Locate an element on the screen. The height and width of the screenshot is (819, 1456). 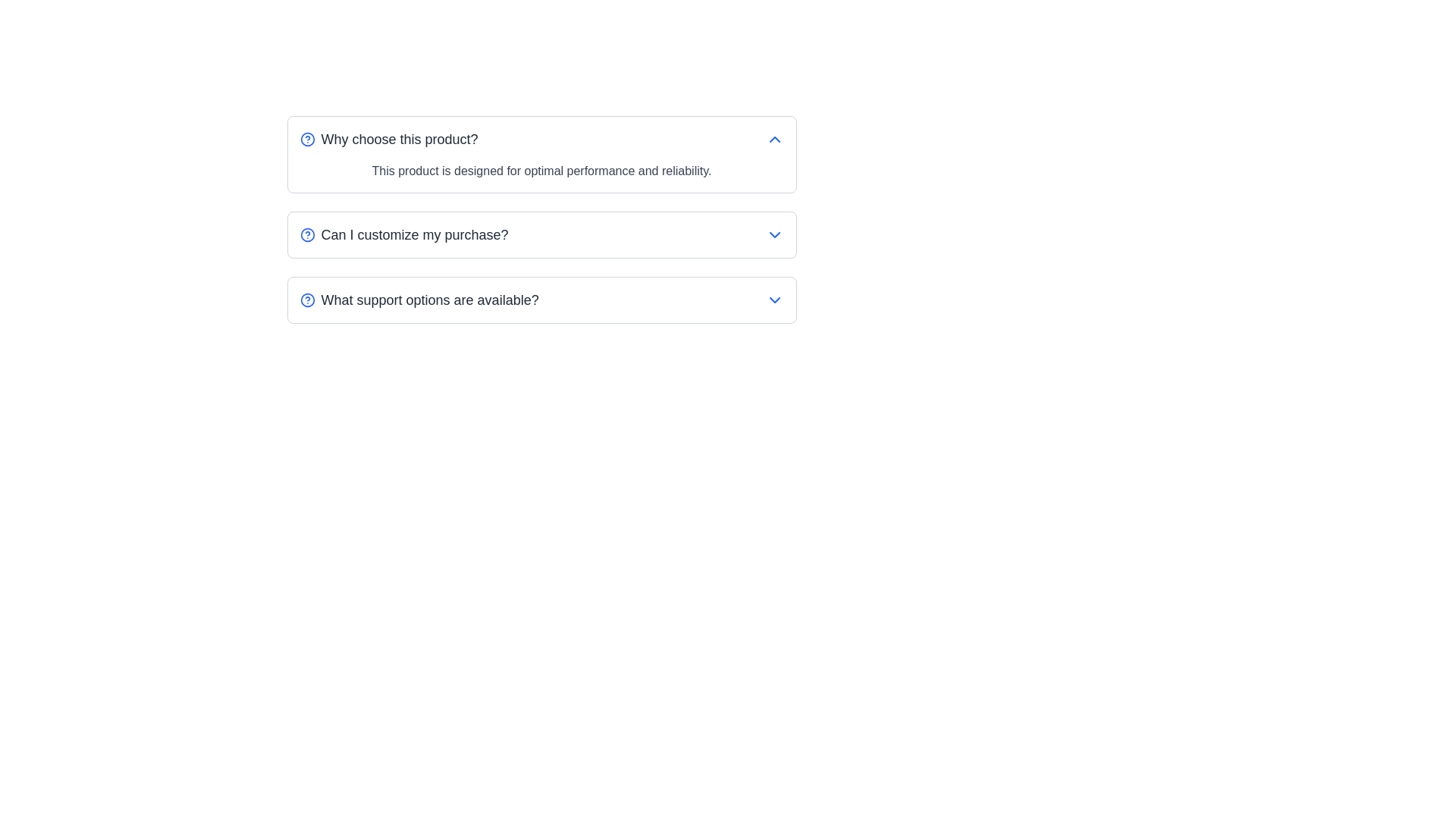
the circular graphic element that is centrally located within the help icon next to the 'What support options are available?' question is located at coordinates (306, 300).